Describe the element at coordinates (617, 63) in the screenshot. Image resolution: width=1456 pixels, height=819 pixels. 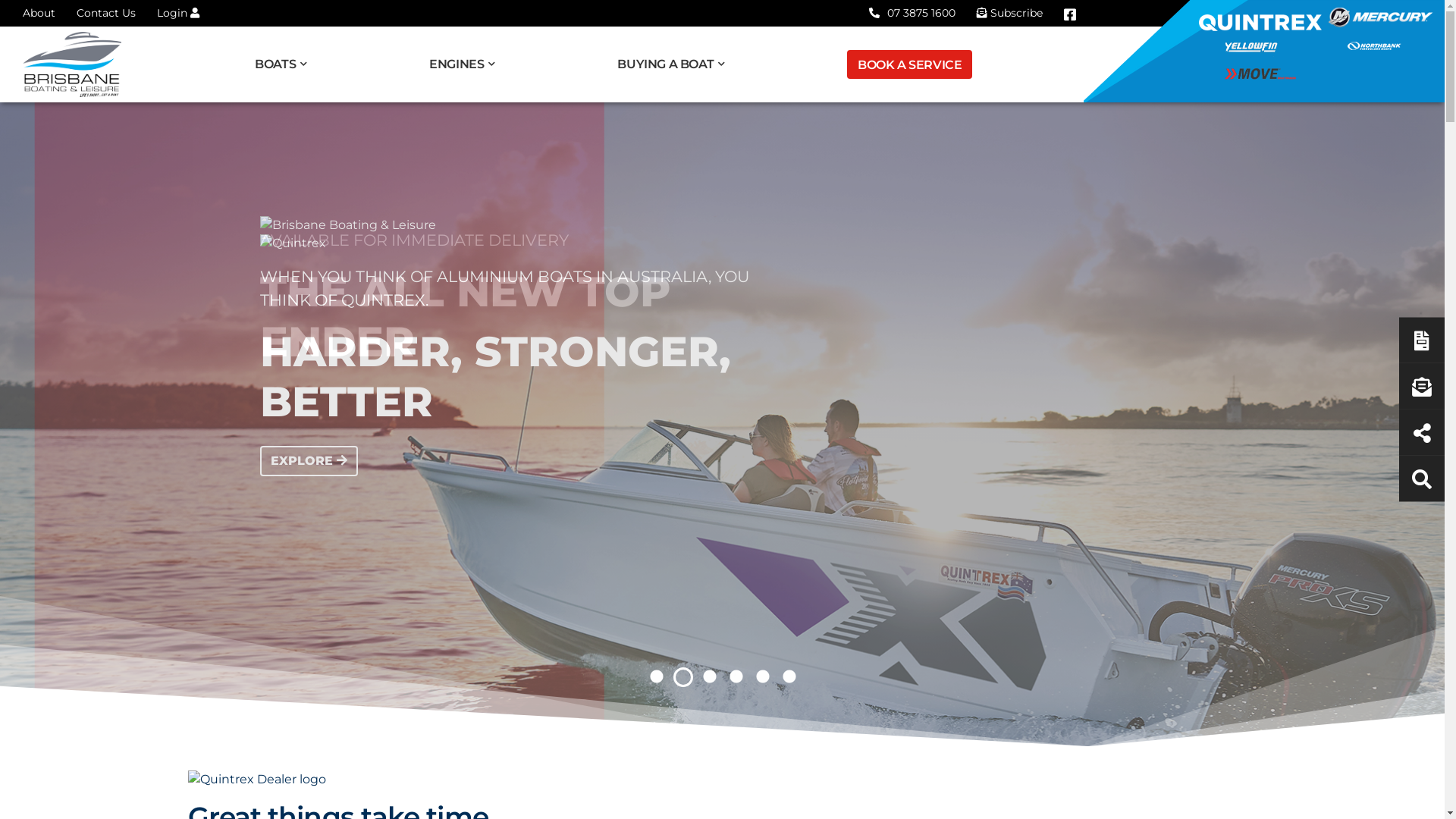
I see `'BUYING A BOAT'` at that location.